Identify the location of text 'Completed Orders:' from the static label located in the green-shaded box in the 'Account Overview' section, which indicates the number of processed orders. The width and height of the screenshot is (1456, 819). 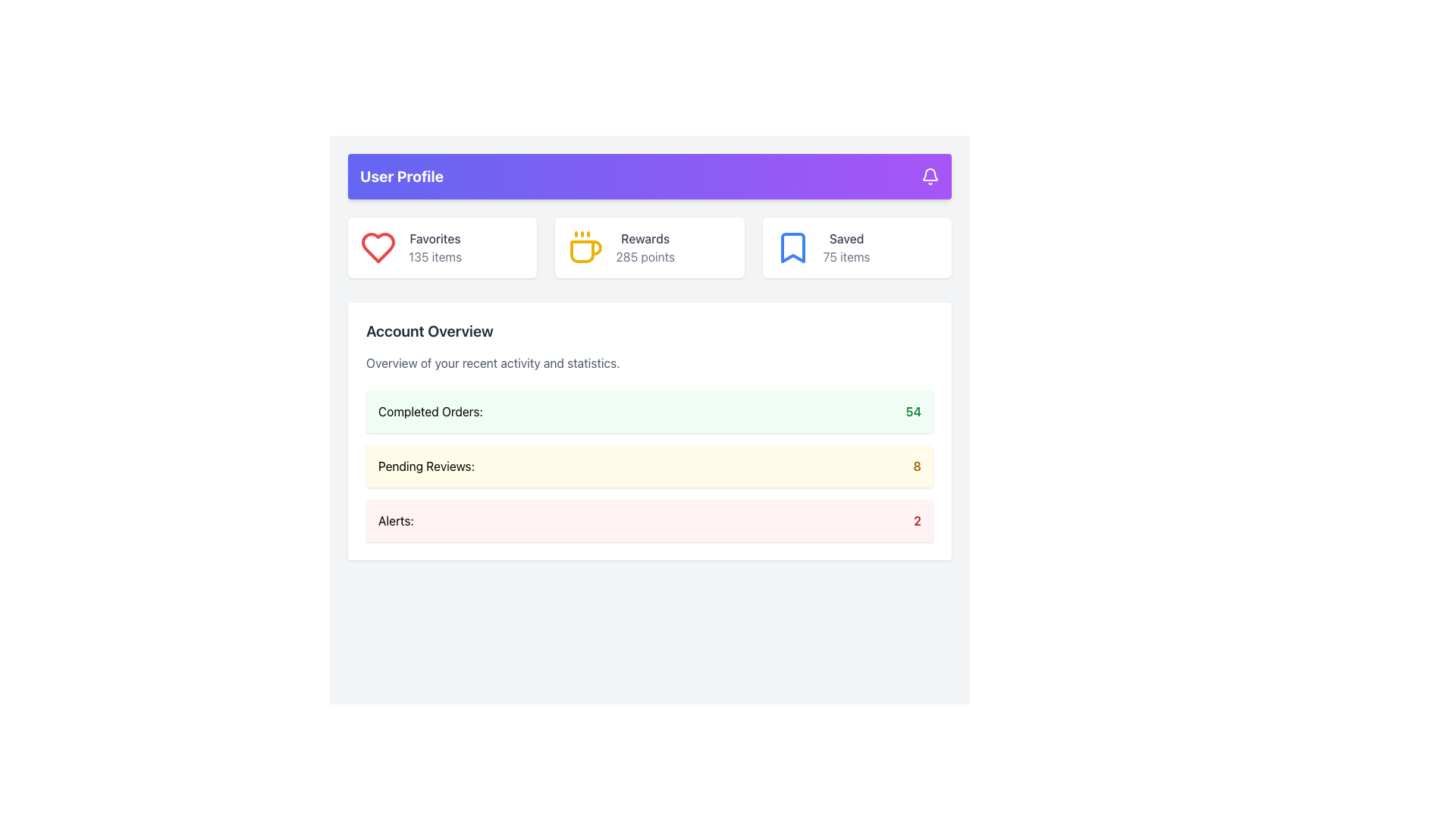
(429, 412).